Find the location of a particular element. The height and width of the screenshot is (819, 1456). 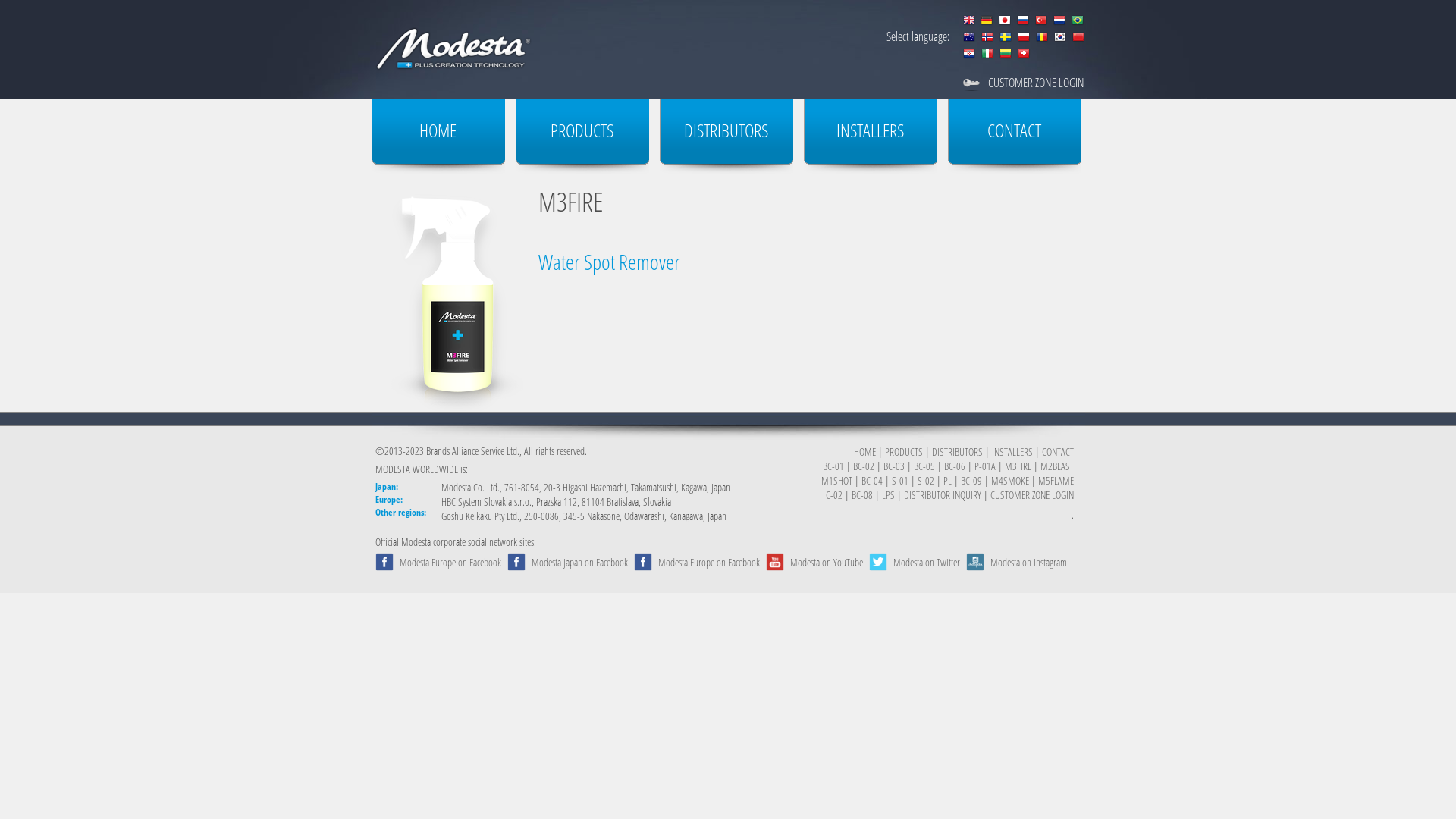

'DISTRIBUTORS' is located at coordinates (956, 450).